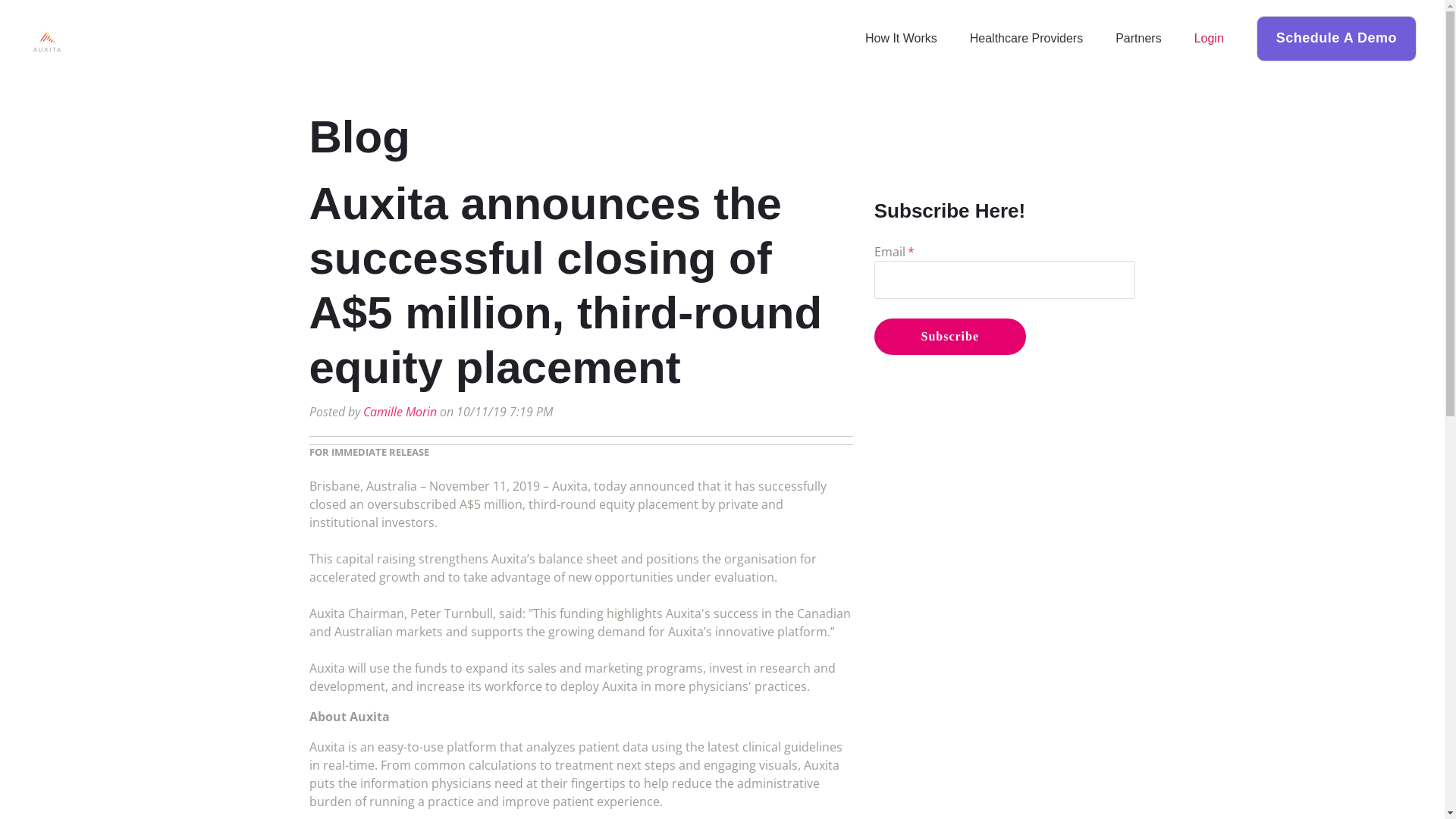  What do you see at coordinates (1138, 37) in the screenshot?
I see `'Partners'` at bounding box center [1138, 37].